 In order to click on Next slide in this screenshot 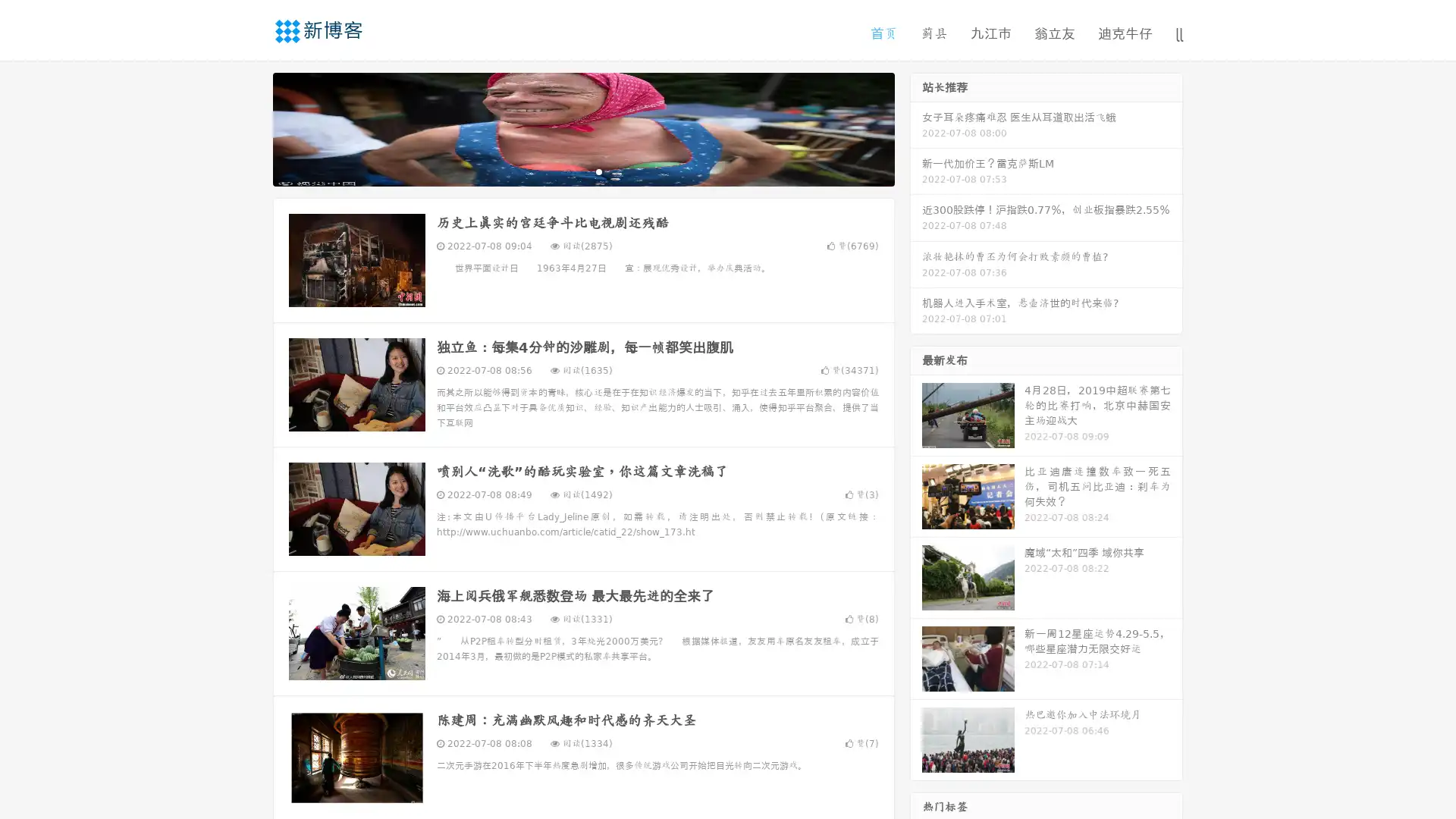, I will do `click(916, 127)`.